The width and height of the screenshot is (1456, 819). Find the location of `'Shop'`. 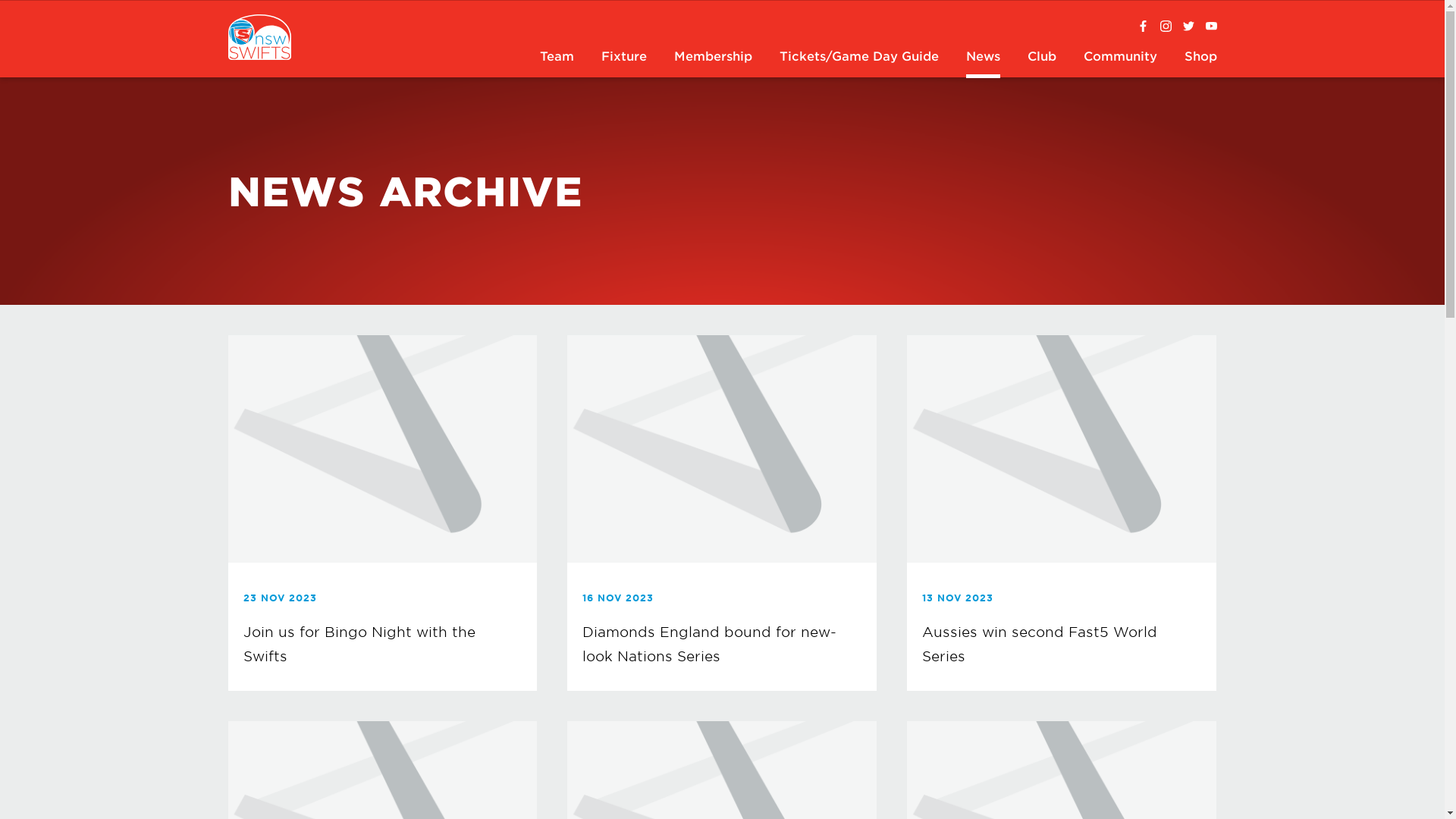

'Shop' is located at coordinates (1199, 57).